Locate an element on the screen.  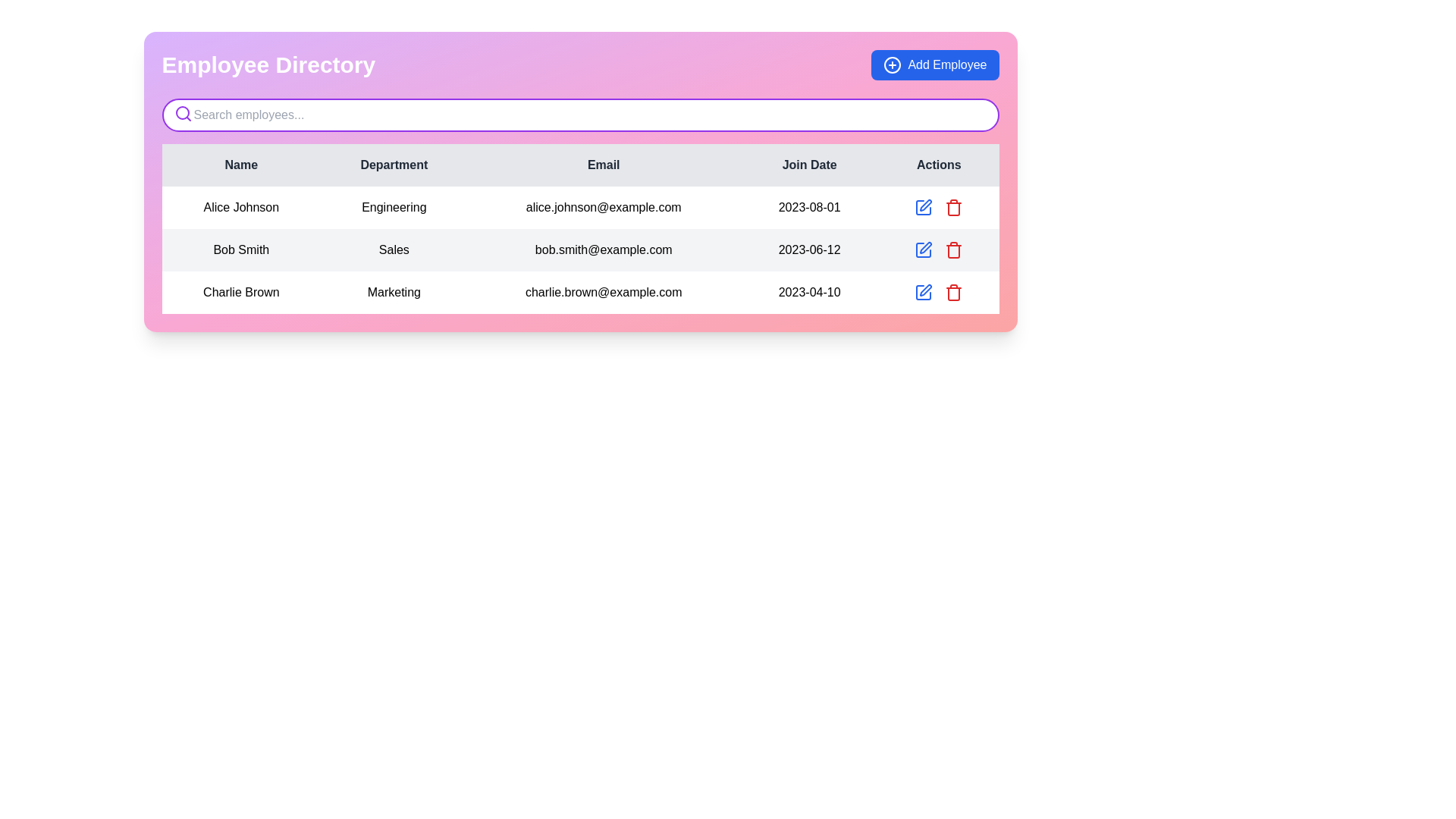
the edit button located in the 'Actions' column of the third row in the table, to the right of 'Charlie Brown's' email is located at coordinates (925, 290).